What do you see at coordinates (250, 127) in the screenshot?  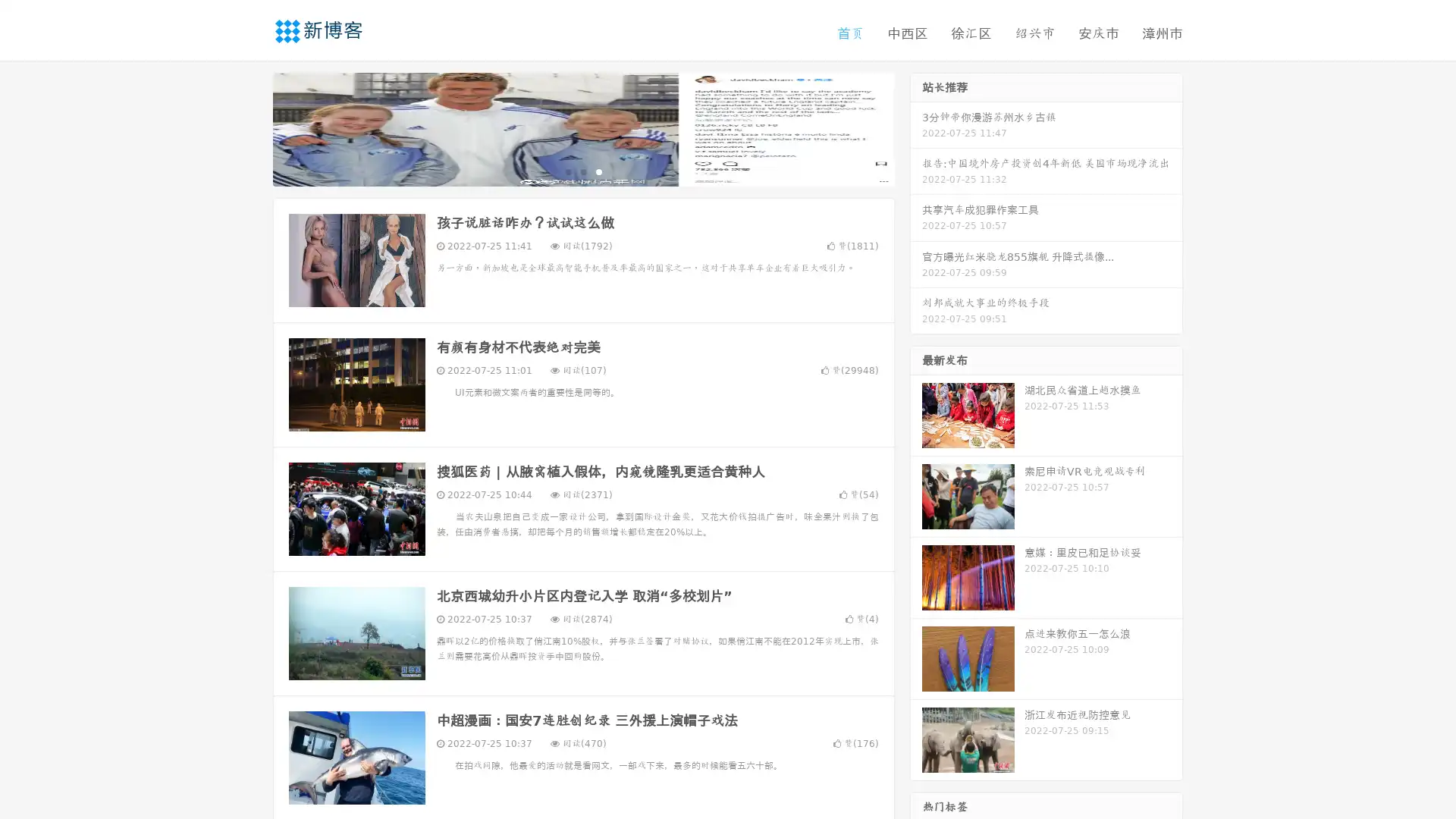 I see `Previous slide` at bounding box center [250, 127].